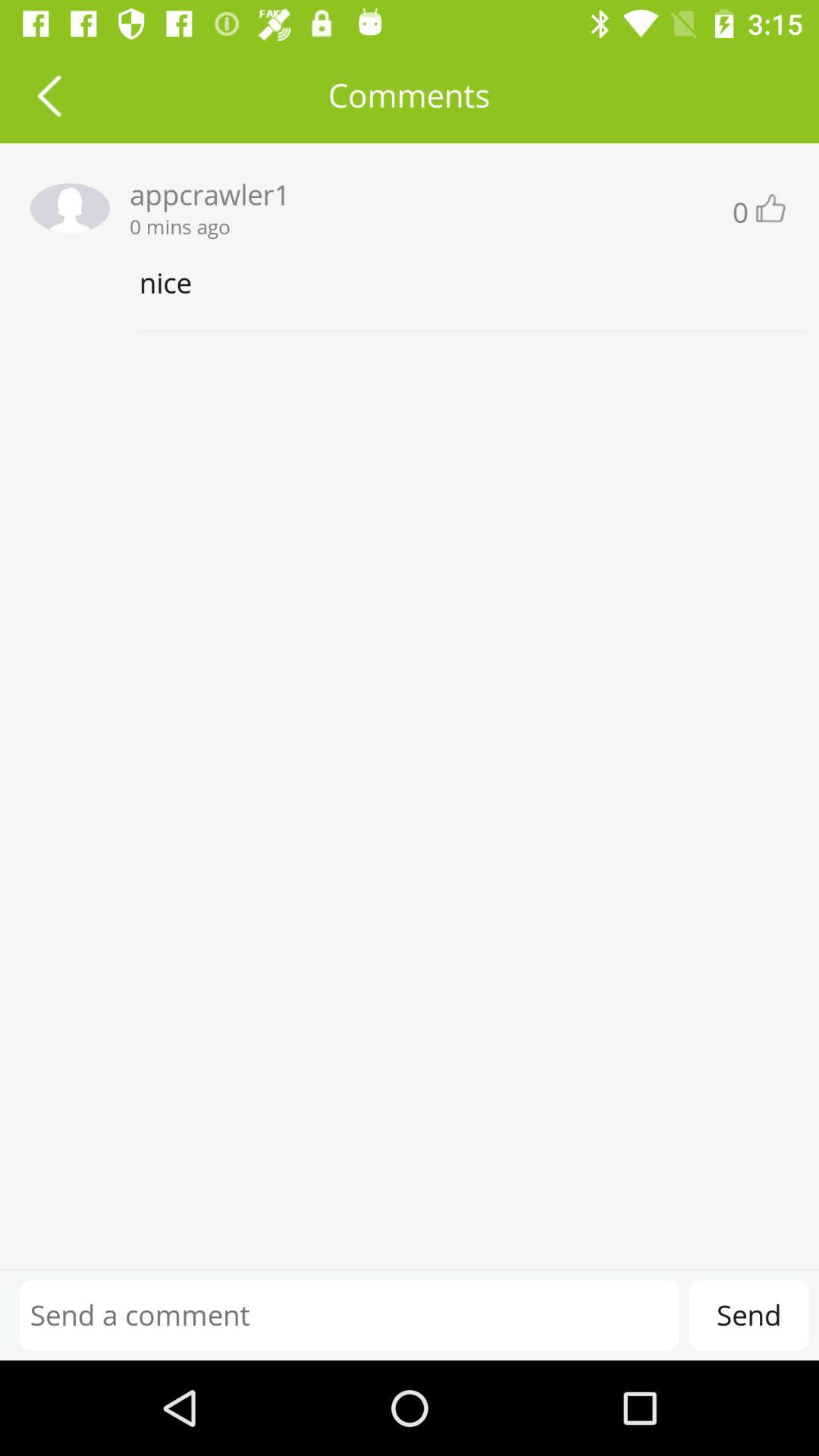 This screenshot has height=1456, width=819. I want to click on icon to the left of send, so click(349, 1314).